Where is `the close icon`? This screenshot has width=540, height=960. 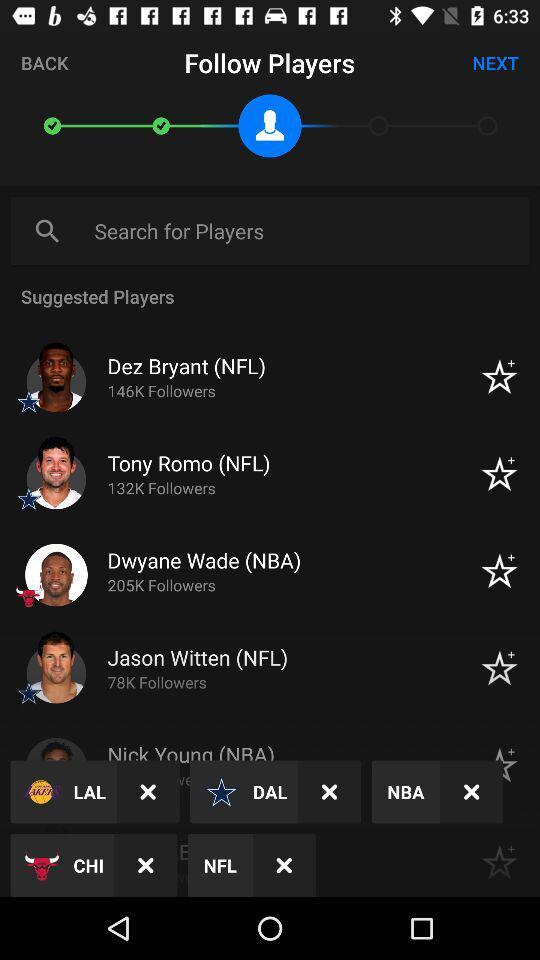 the close icon is located at coordinates (283, 864).